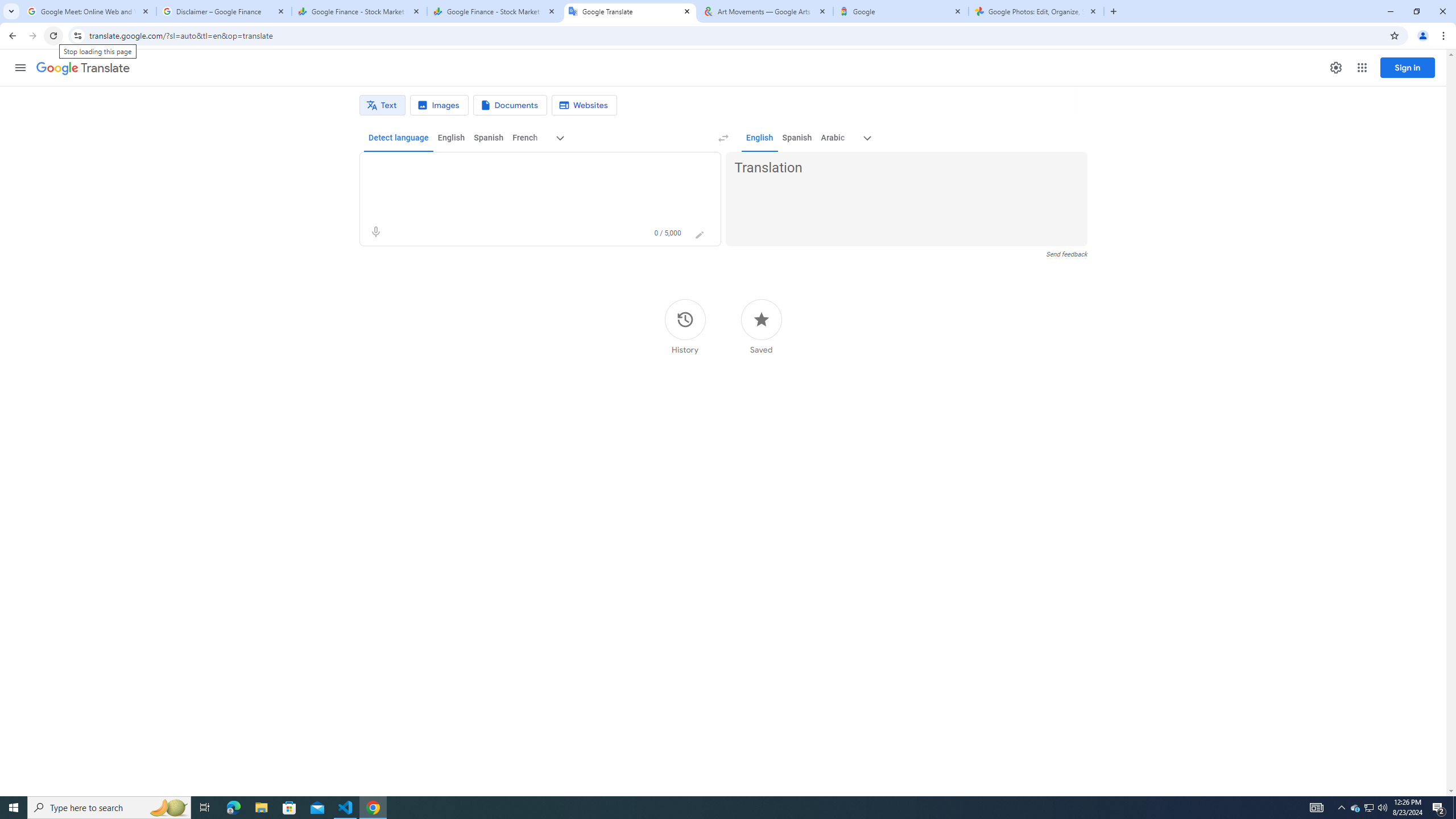 The image size is (1456, 819). I want to click on 'Website translation', so click(584, 105).